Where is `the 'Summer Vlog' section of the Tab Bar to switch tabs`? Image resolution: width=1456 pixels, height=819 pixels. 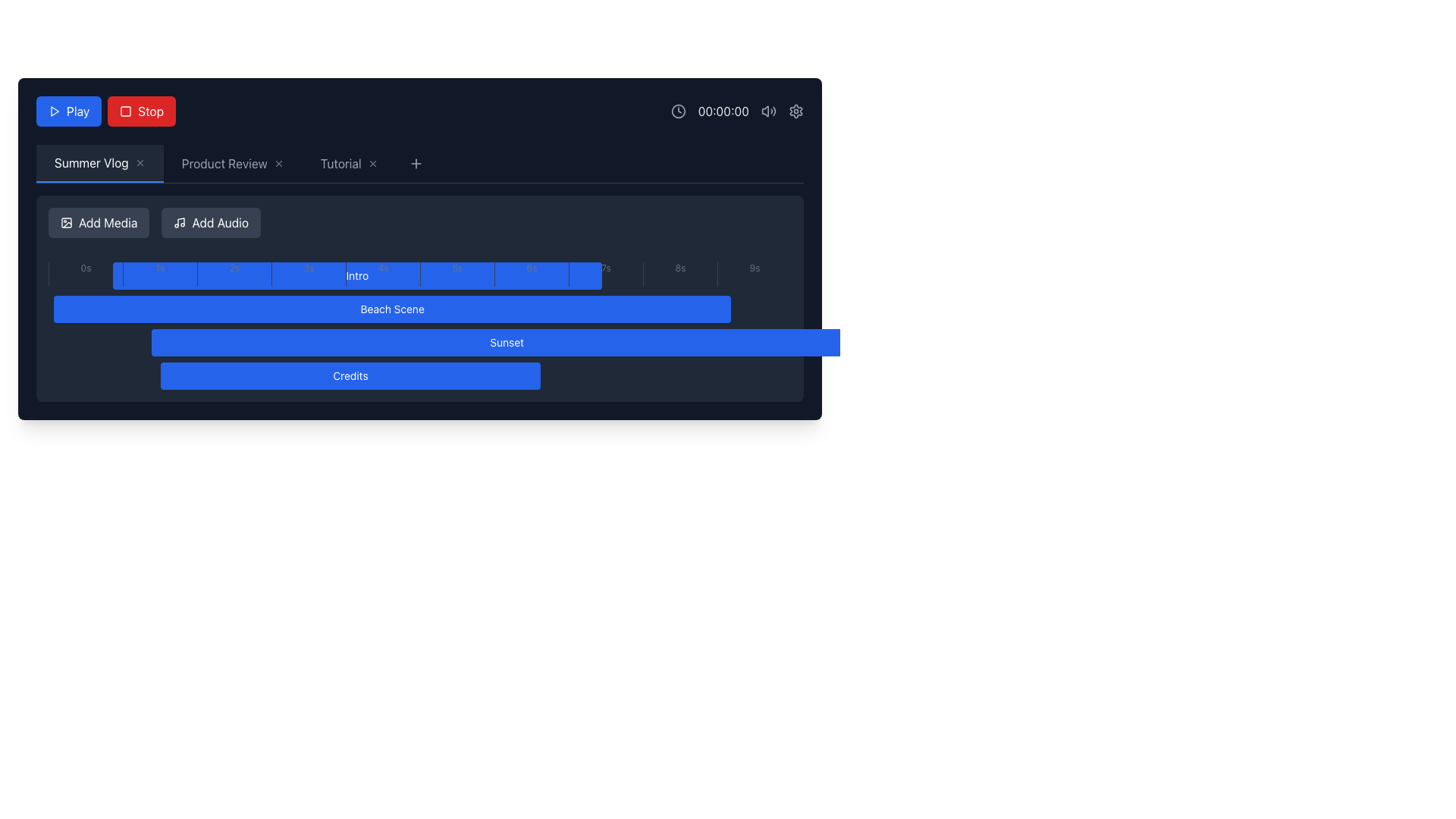
the 'Summer Vlog' section of the Tab Bar to switch tabs is located at coordinates (419, 164).